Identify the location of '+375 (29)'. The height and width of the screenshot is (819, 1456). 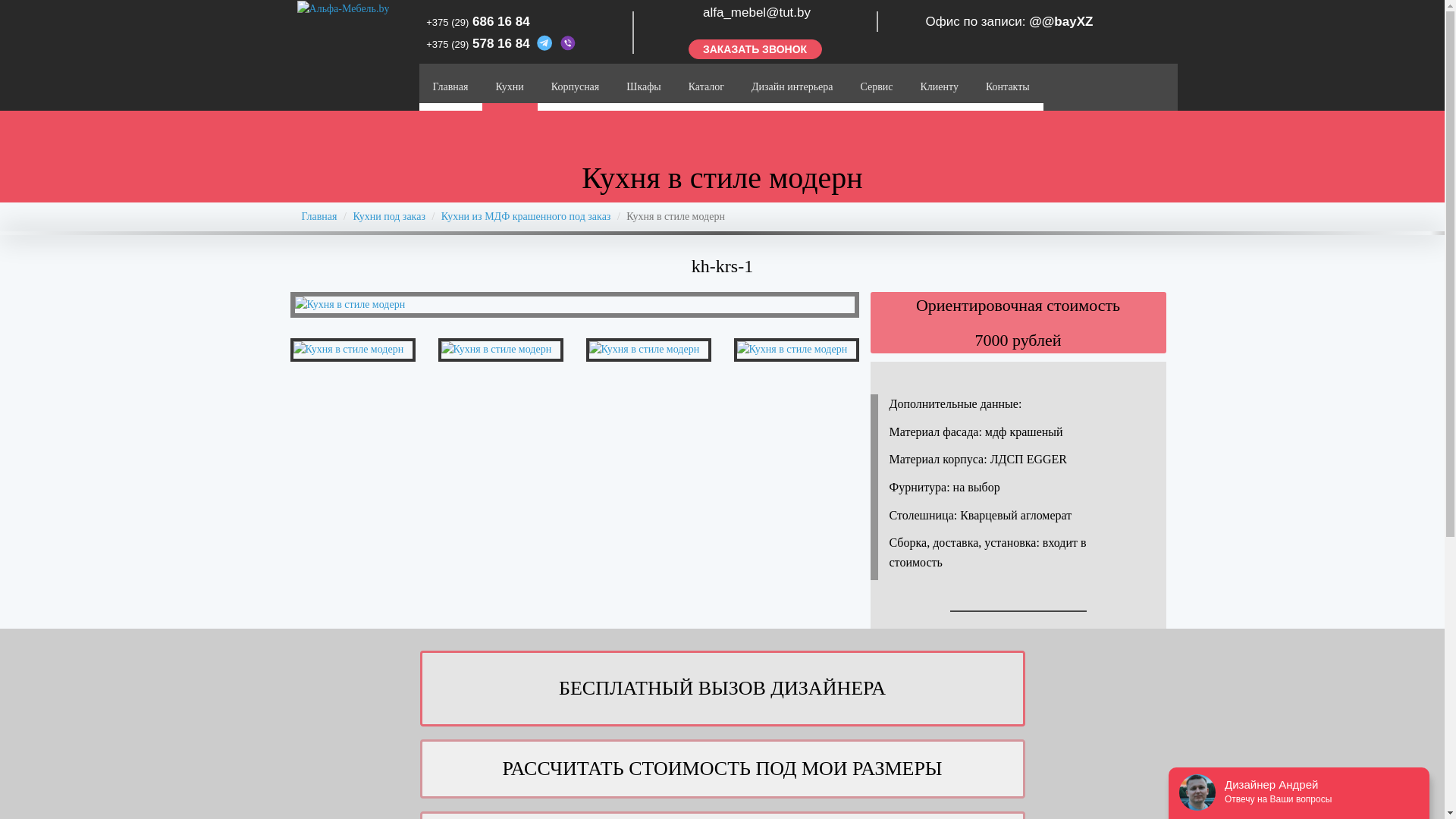
(425, 43).